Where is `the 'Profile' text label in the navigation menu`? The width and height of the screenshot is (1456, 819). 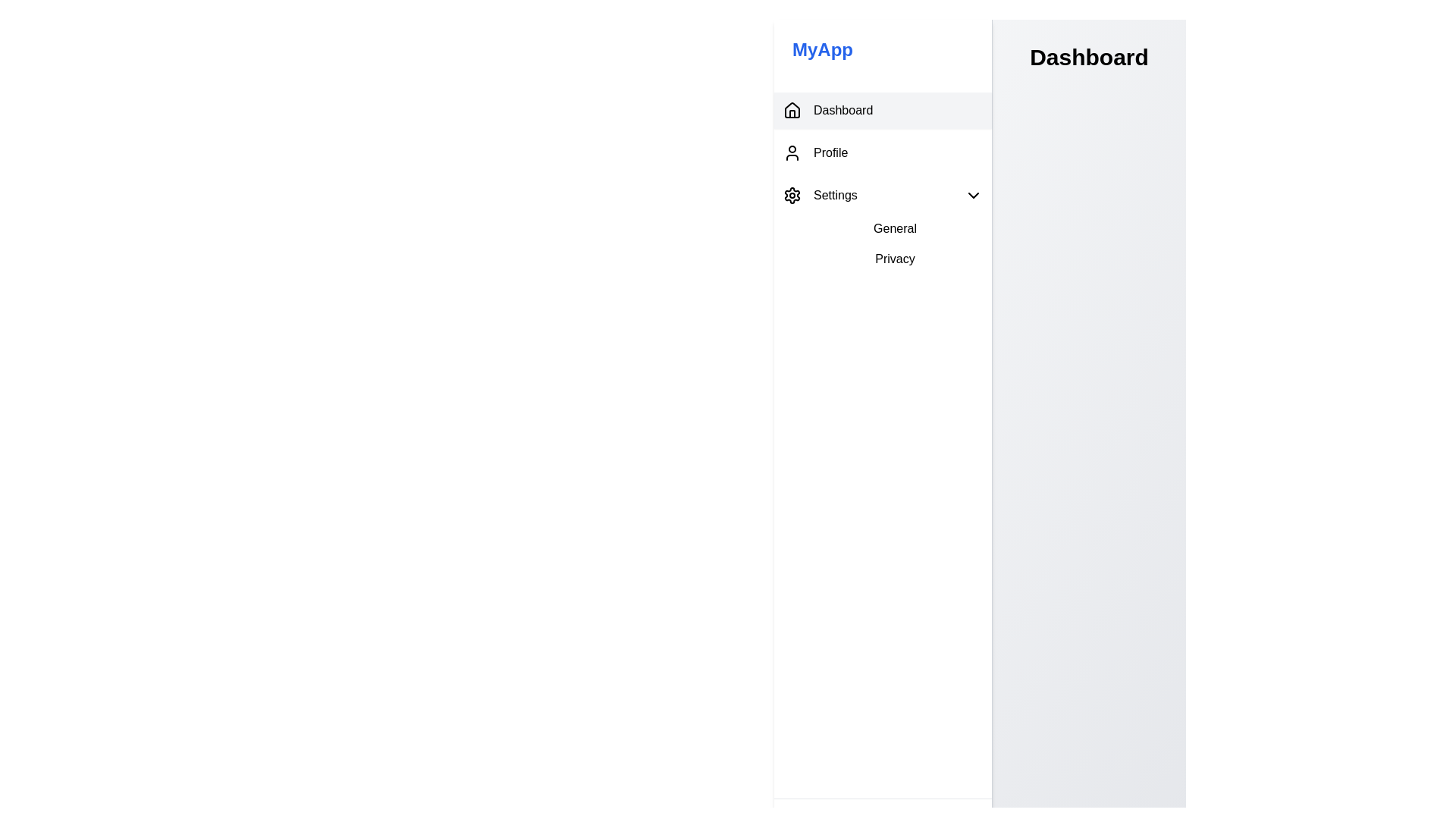
the 'Profile' text label in the navigation menu is located at coordinates (830, 152).